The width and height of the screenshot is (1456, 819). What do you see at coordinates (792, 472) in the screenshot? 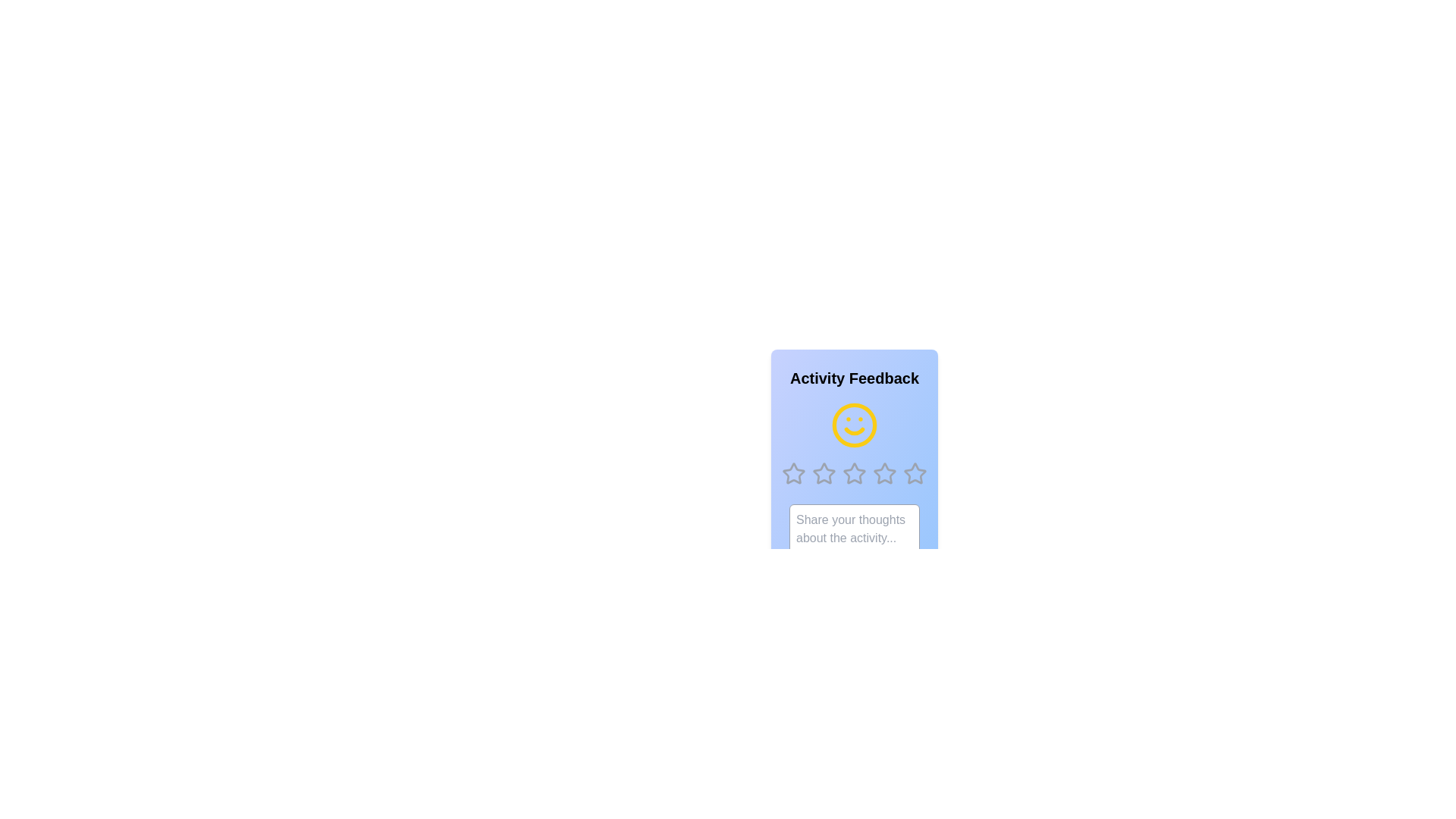
I see `the first rating star icon` at bounding box center [792, 472].